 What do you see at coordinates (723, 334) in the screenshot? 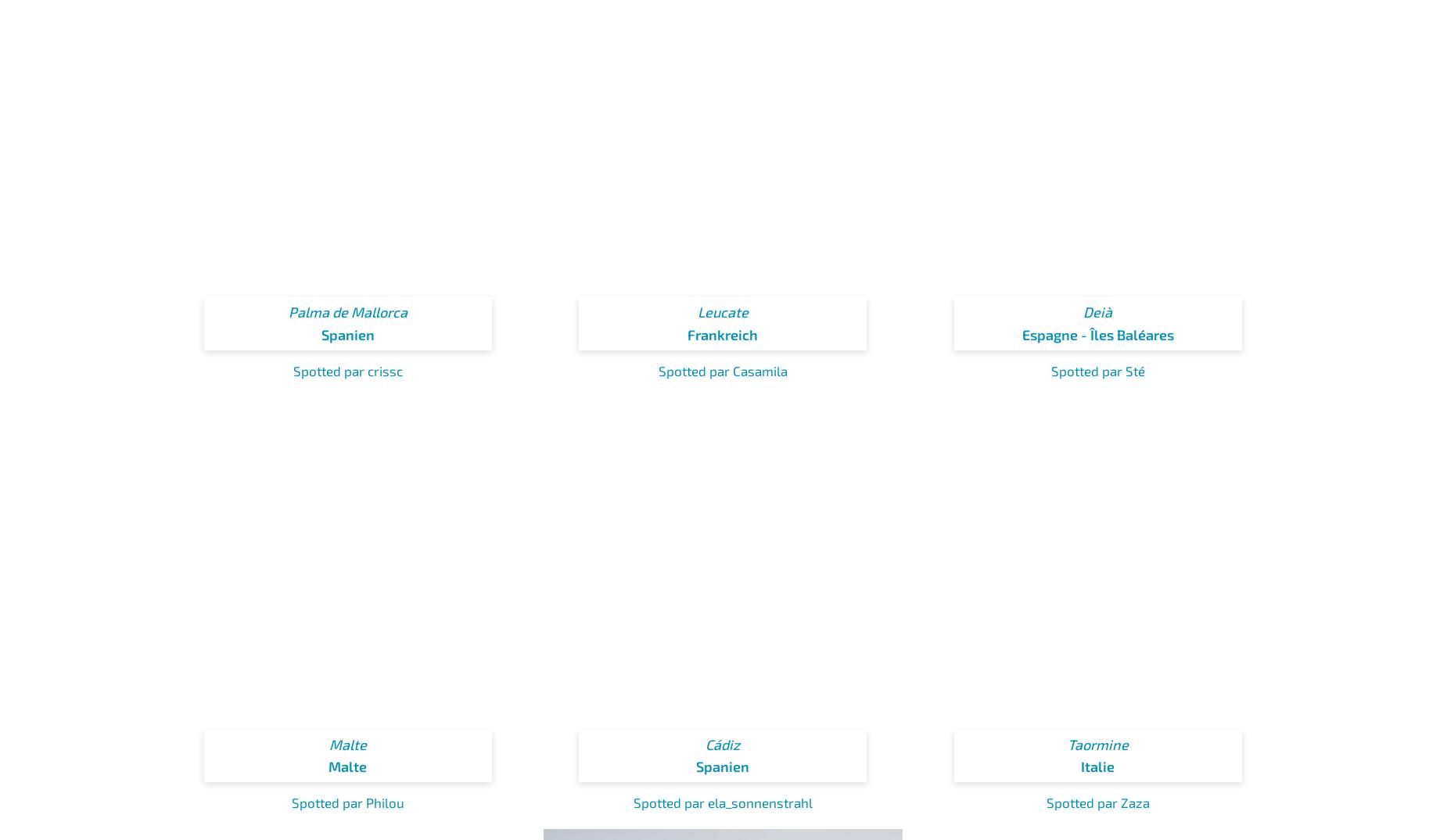
I see `'Frankreich'` at bounding box center [723, 334].